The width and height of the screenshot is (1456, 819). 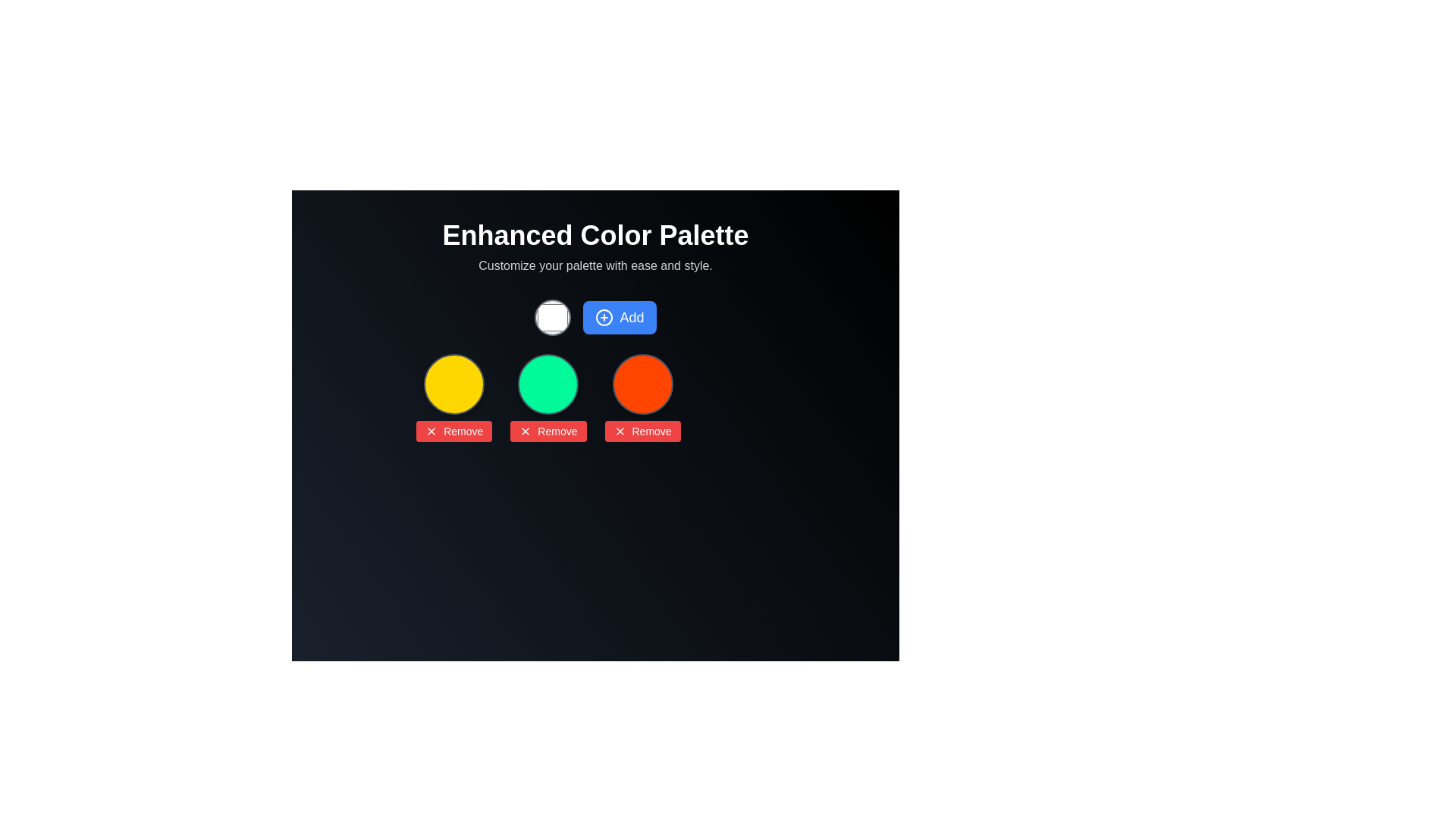 What do you see at coordinates (453, 431) in the screenshot?
I see `the second button in the row of identical buttons used to remove the associated color from the palette to observe hover effects` at bounding box center [453, 431].